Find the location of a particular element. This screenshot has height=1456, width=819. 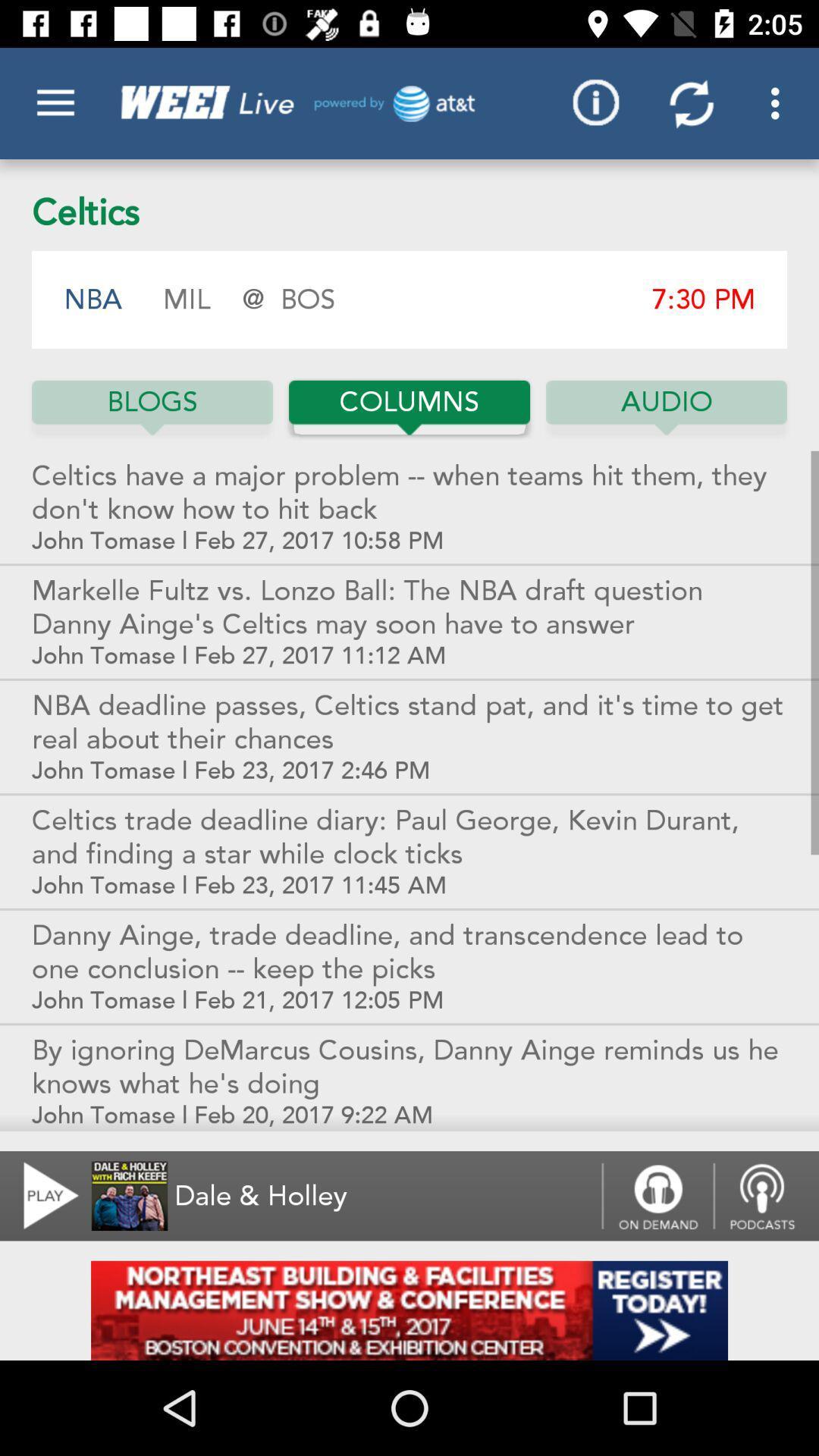

the location icon is located at coordinates (766, 1195).